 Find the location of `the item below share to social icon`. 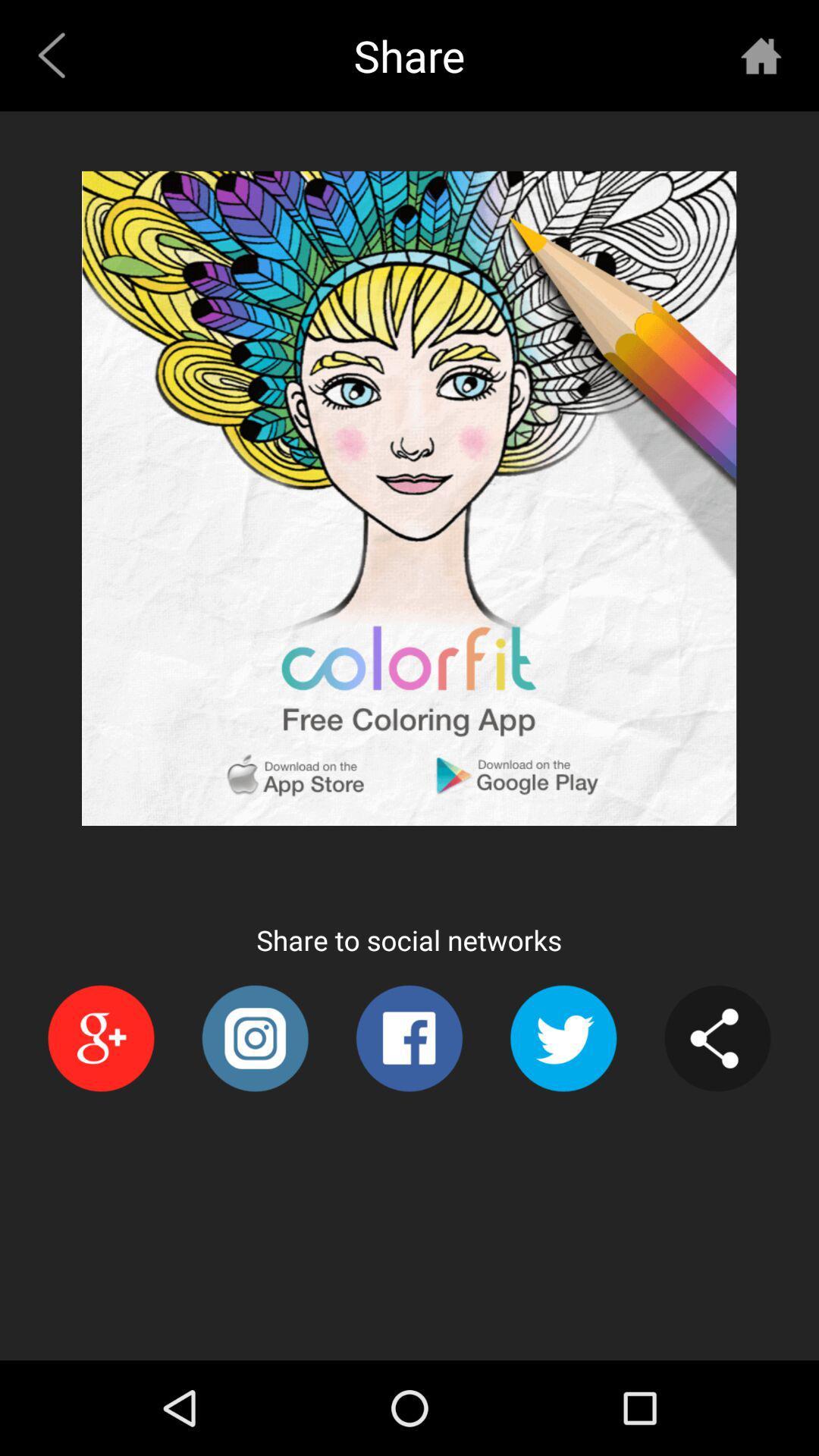

the item below share to social icon is located at coordinates (408, 1037).